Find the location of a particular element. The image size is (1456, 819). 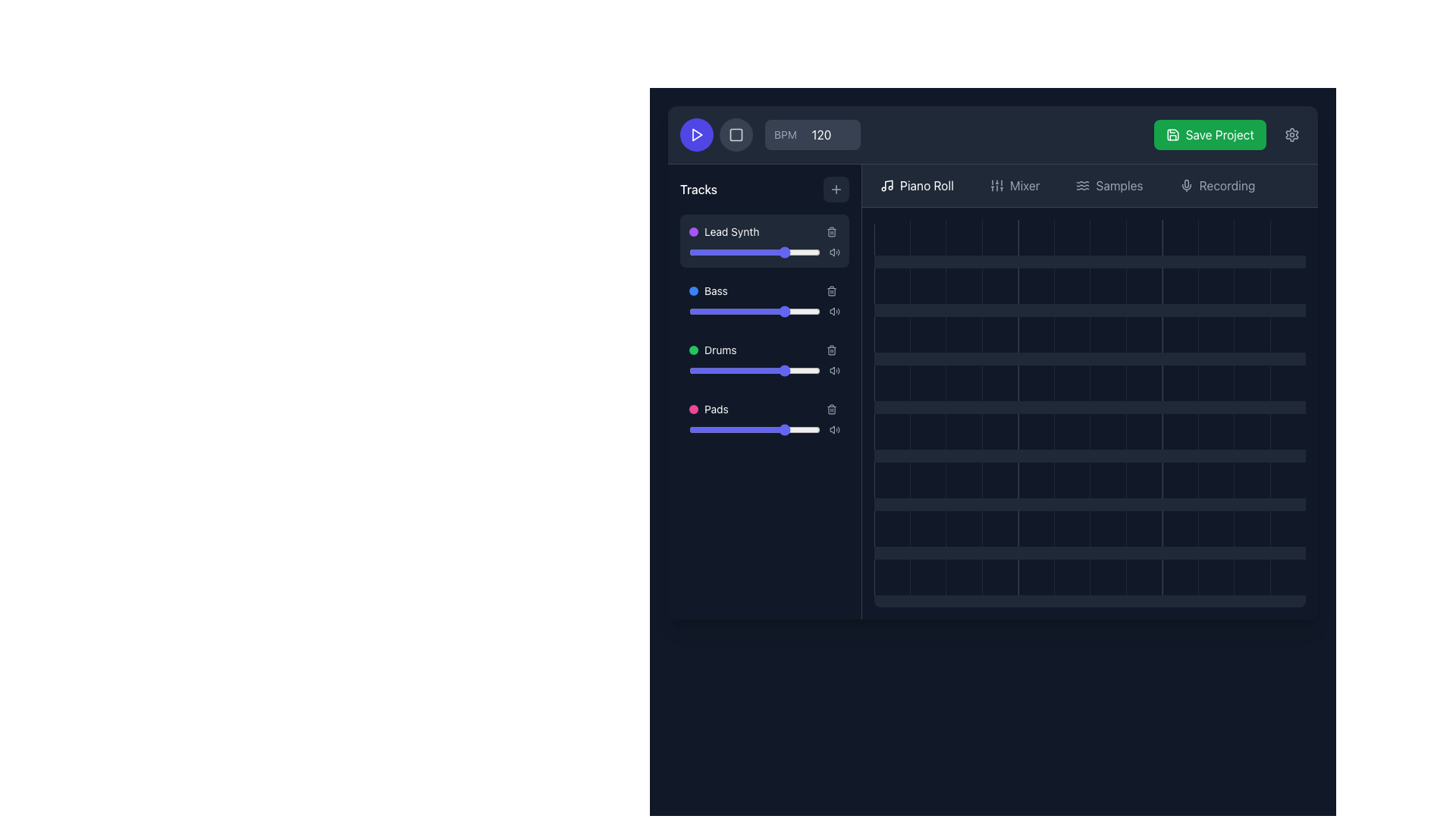

the grid cell located in the seventh column and fourth row, which has a dark gray background and no textual or iconographic content is located at coordinates (1144, 431).